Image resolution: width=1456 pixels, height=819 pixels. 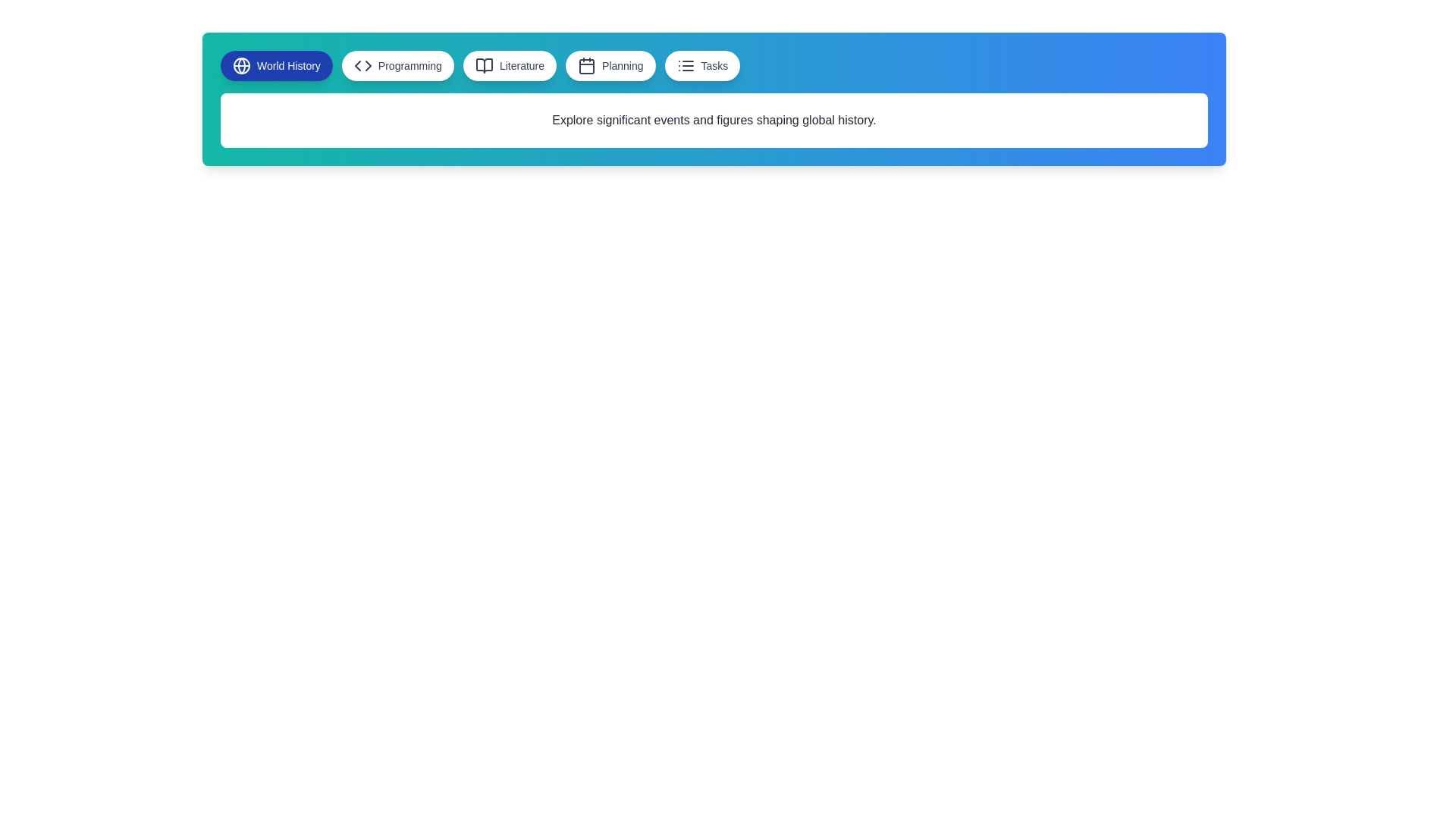 I want to click on the tab labeled World History to view its content, so click(x=276, y=65).